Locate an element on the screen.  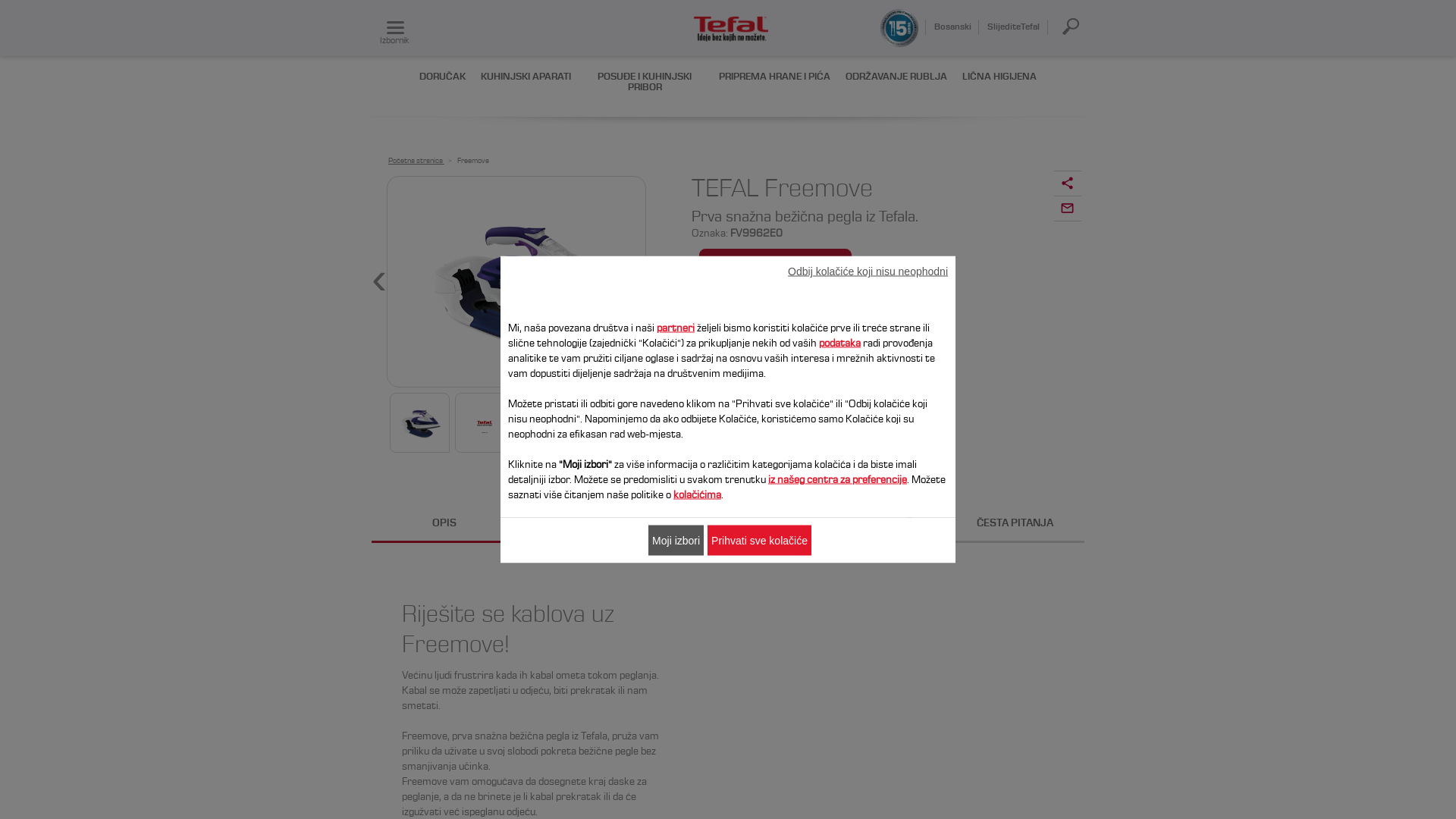
'PREDNOSTI' is located at coordinates (585, 523).